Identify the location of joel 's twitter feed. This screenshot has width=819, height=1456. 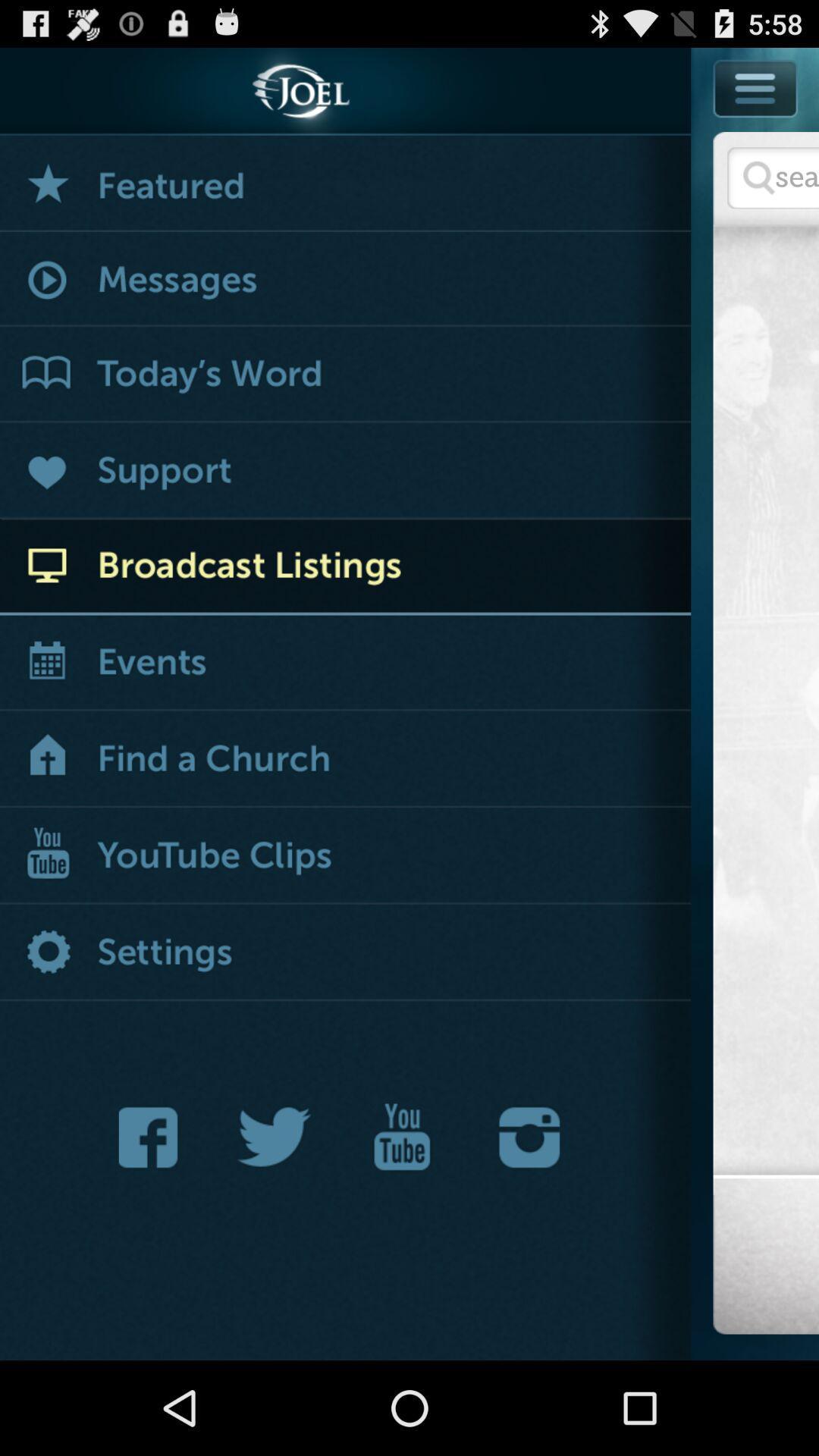
(275, 1137).